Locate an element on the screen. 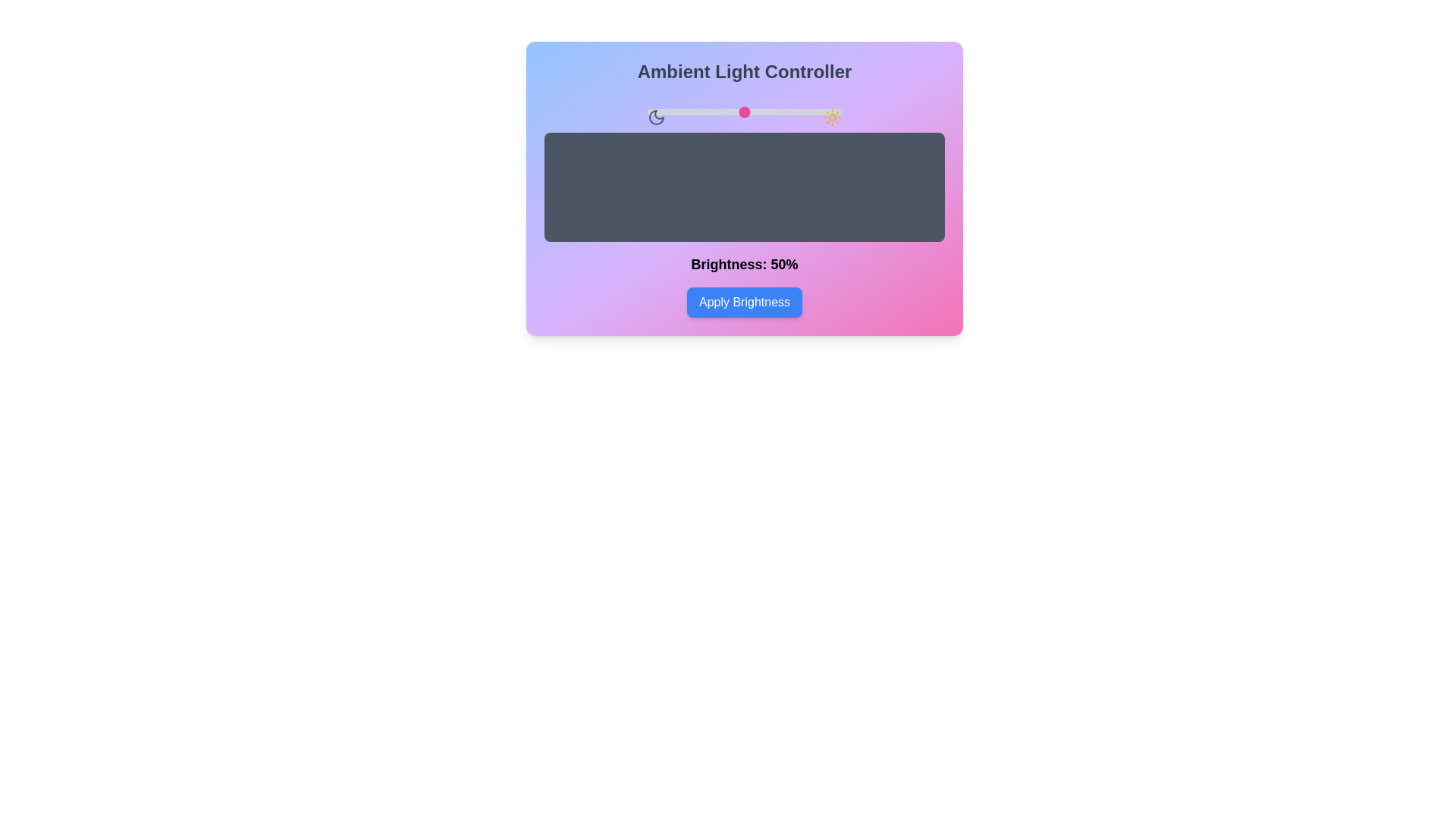 This screenshot has width=1456, height=819. the brightness slider to 4% is located at coordinates (655, 111).